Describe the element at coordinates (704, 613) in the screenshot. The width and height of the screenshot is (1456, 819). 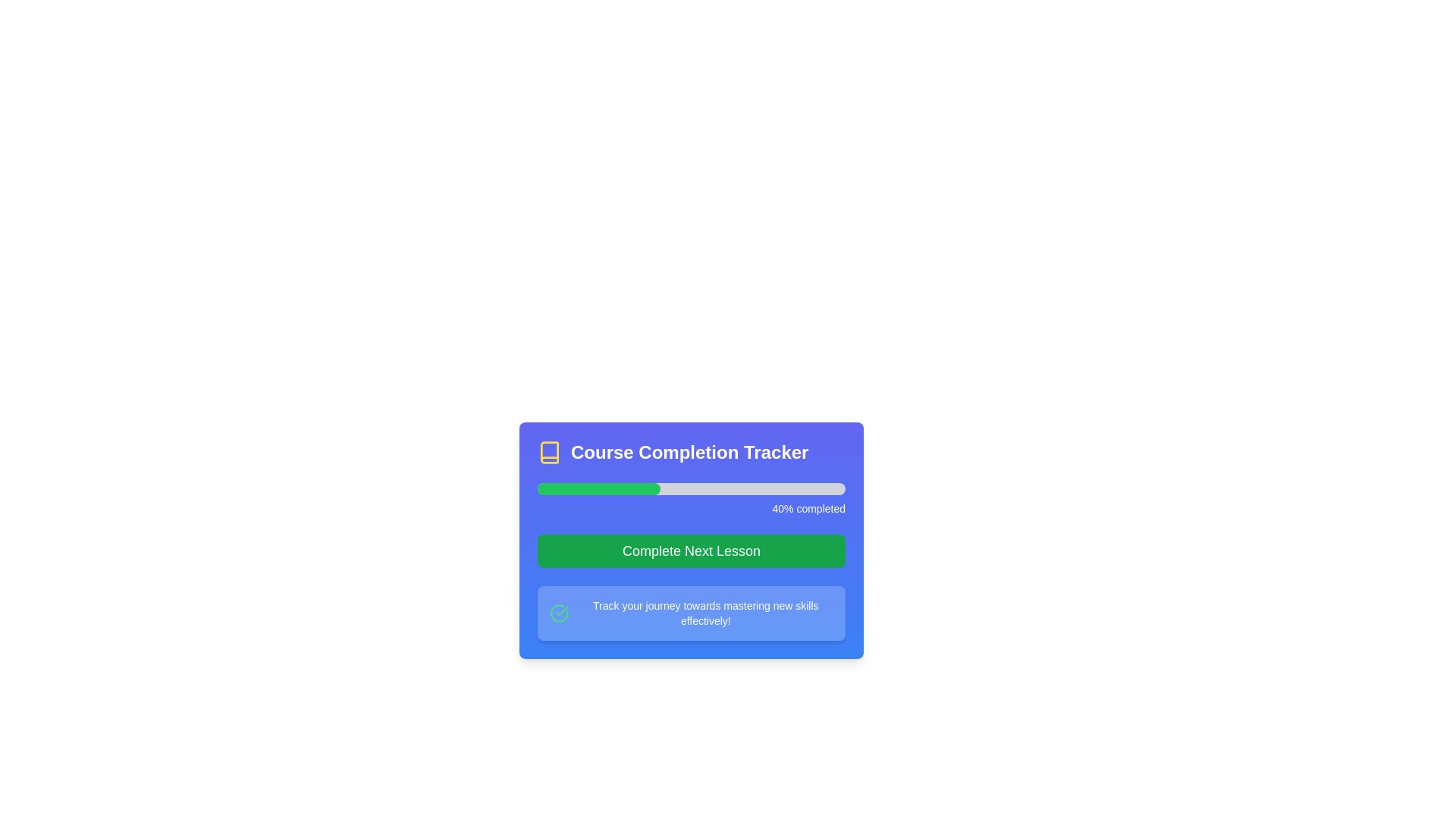
I see `the informative text label located to the right of the green circular icon with a checkmark at the bottom of the interface` at that location.